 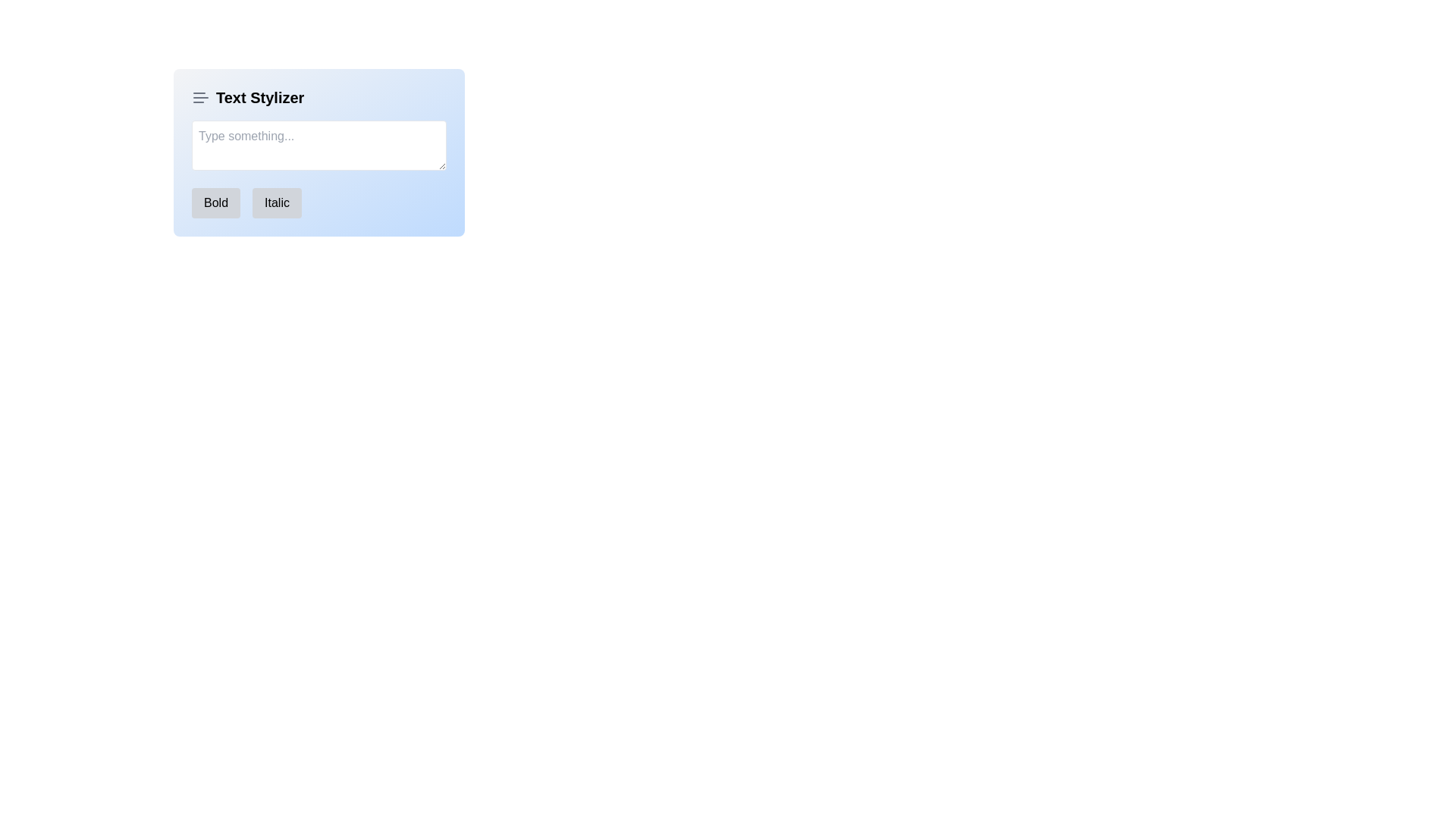 What do you see at coordinates (199, 97) in the screenshot?
I see `the text formatting icon located on the top-left side of the 'Text Stylizer' section, positioned directly to the left of the text label` at bounding box center [199, 97].